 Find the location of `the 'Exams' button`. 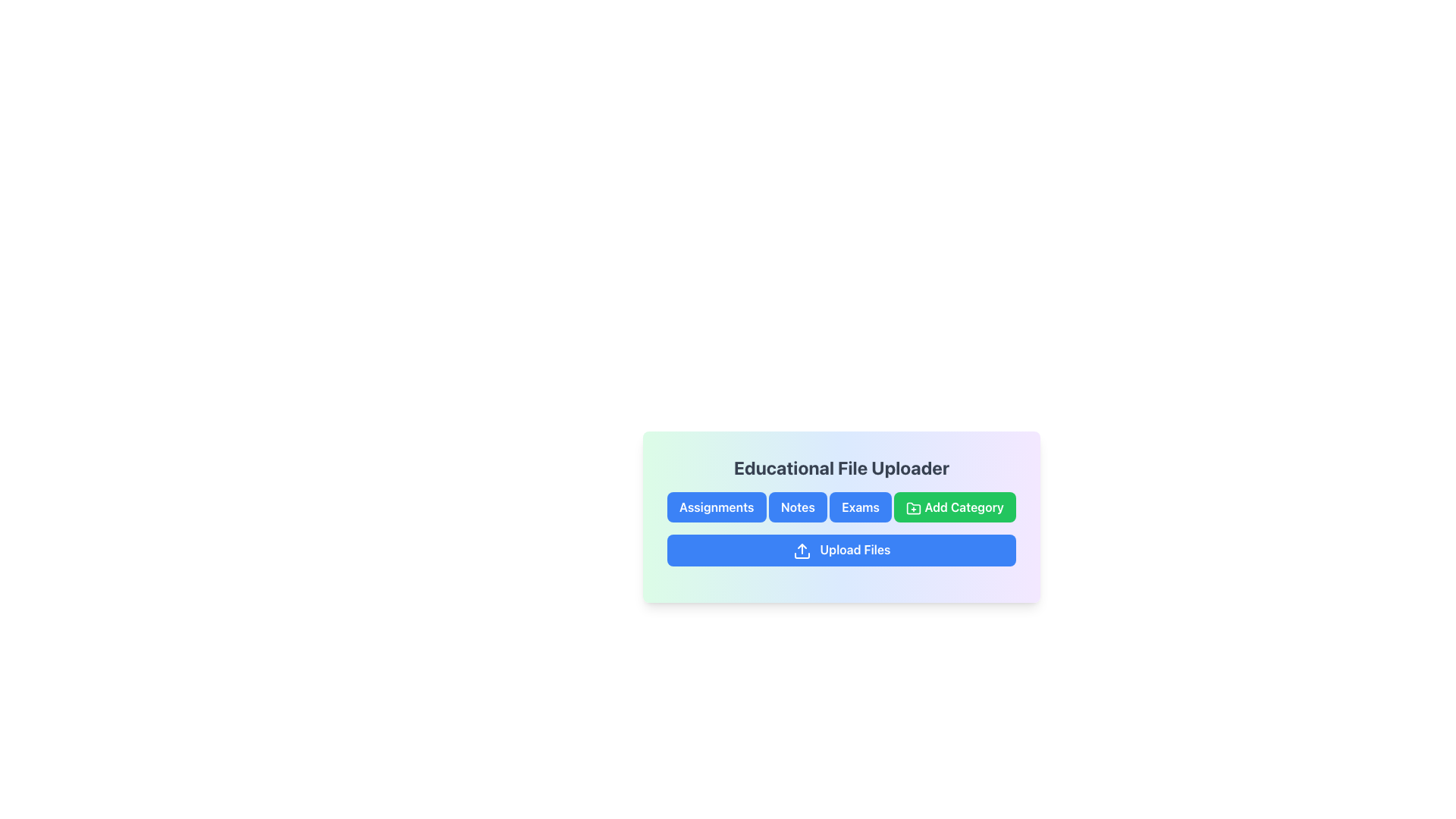

the 'Exams' button is located at coordinates (861, 507).